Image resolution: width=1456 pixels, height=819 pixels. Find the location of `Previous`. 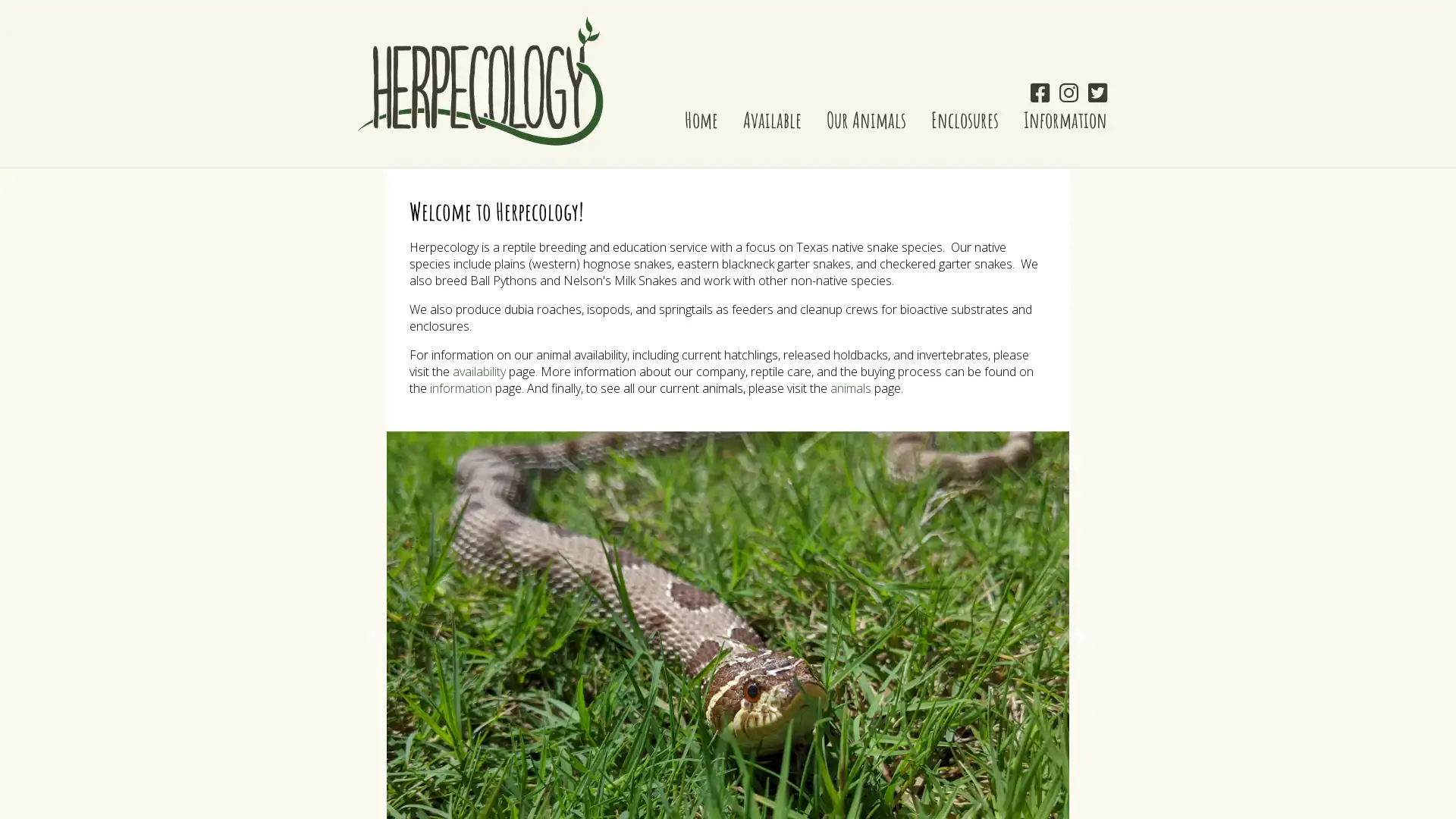

Previous is located at coordinates (375, 636).